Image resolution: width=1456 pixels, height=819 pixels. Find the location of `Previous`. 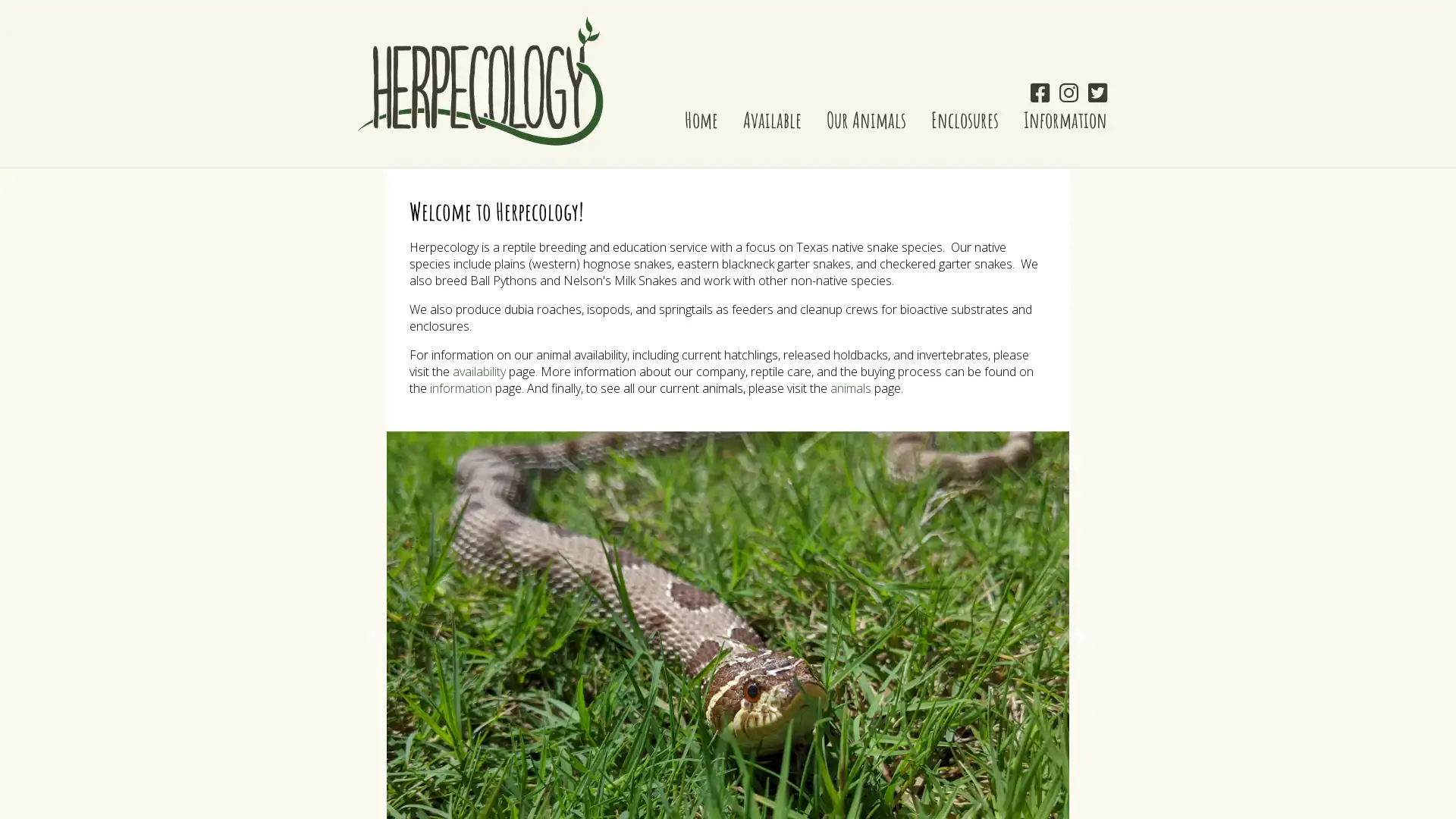

Previous is located at coordinates (375, 636).